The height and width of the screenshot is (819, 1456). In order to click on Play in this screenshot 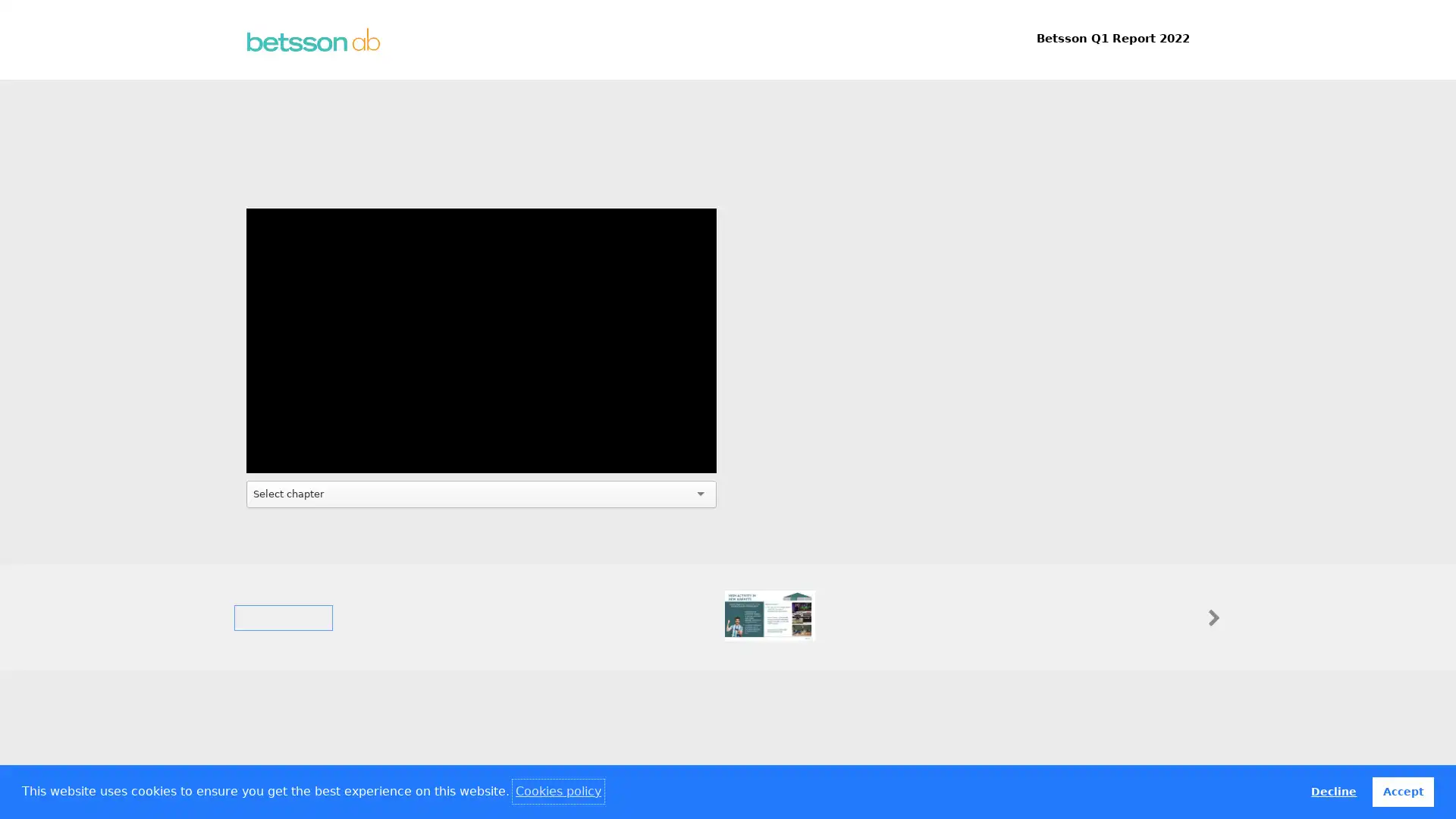, I will do `click(483, 343)`.